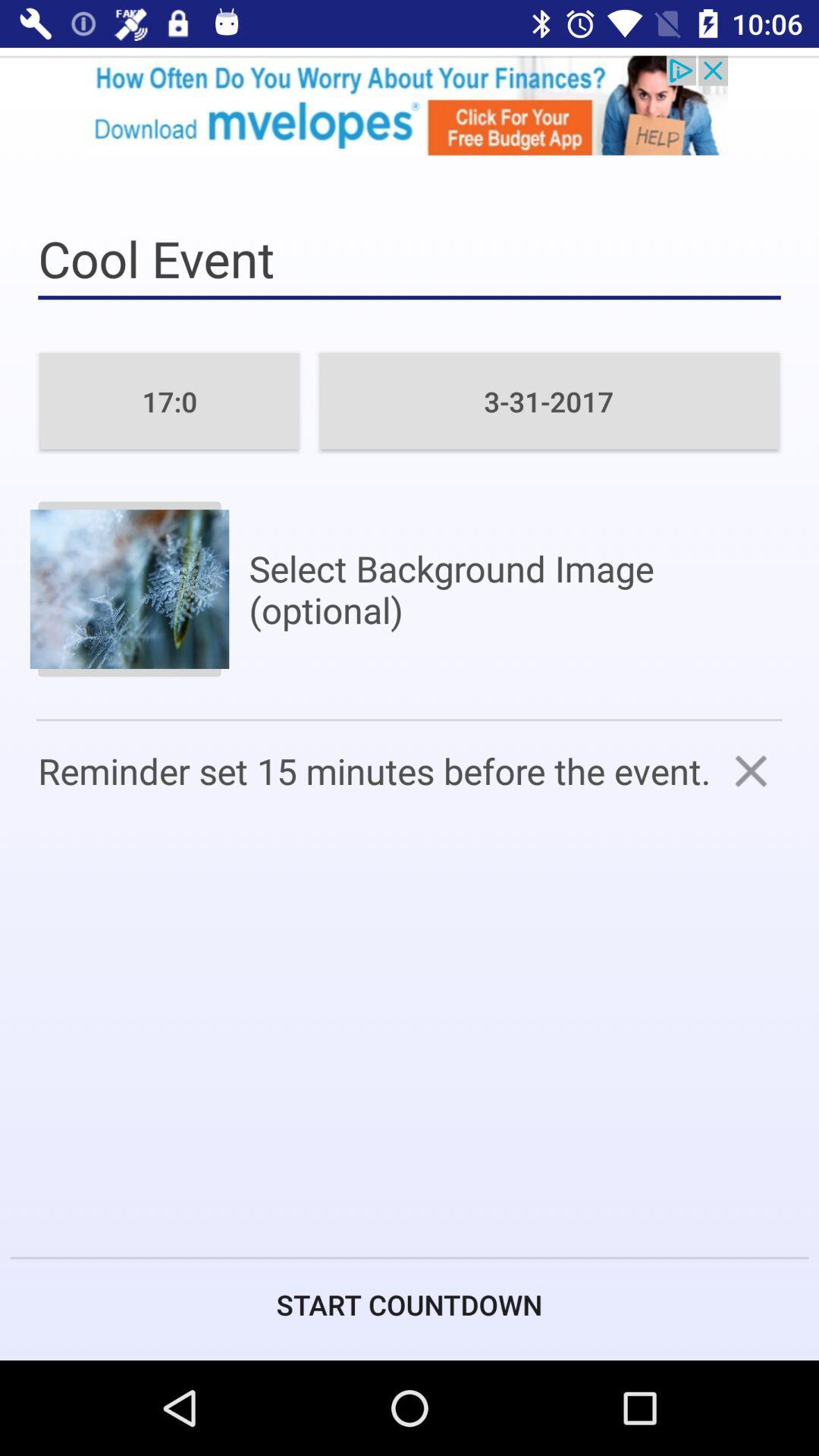 Image resolution: width=819 pixels, height=1456 pixels. I want to click on the close icon, so click(751, 770).